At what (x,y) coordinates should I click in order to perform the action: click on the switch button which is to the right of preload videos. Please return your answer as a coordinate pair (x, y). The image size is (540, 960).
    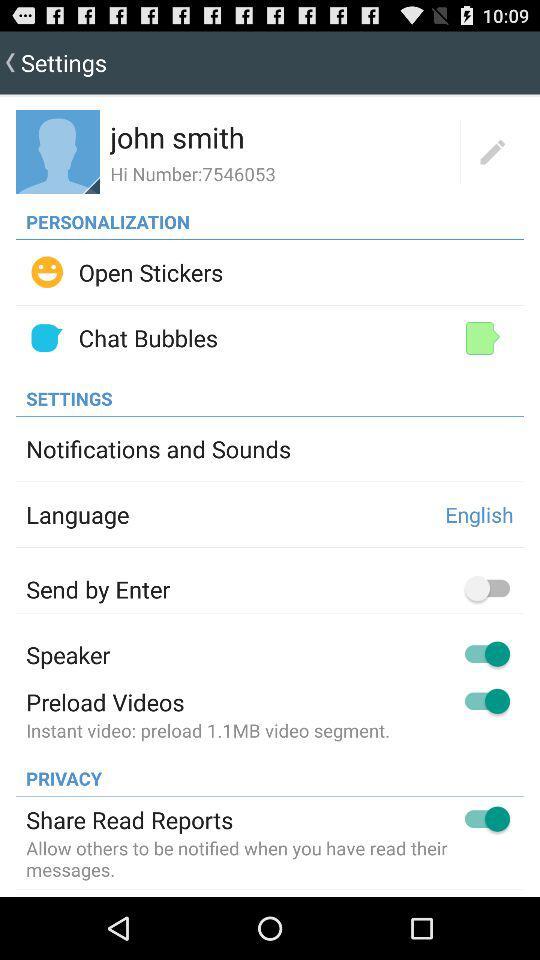
    Looking at the image, I should click on (486, 701).